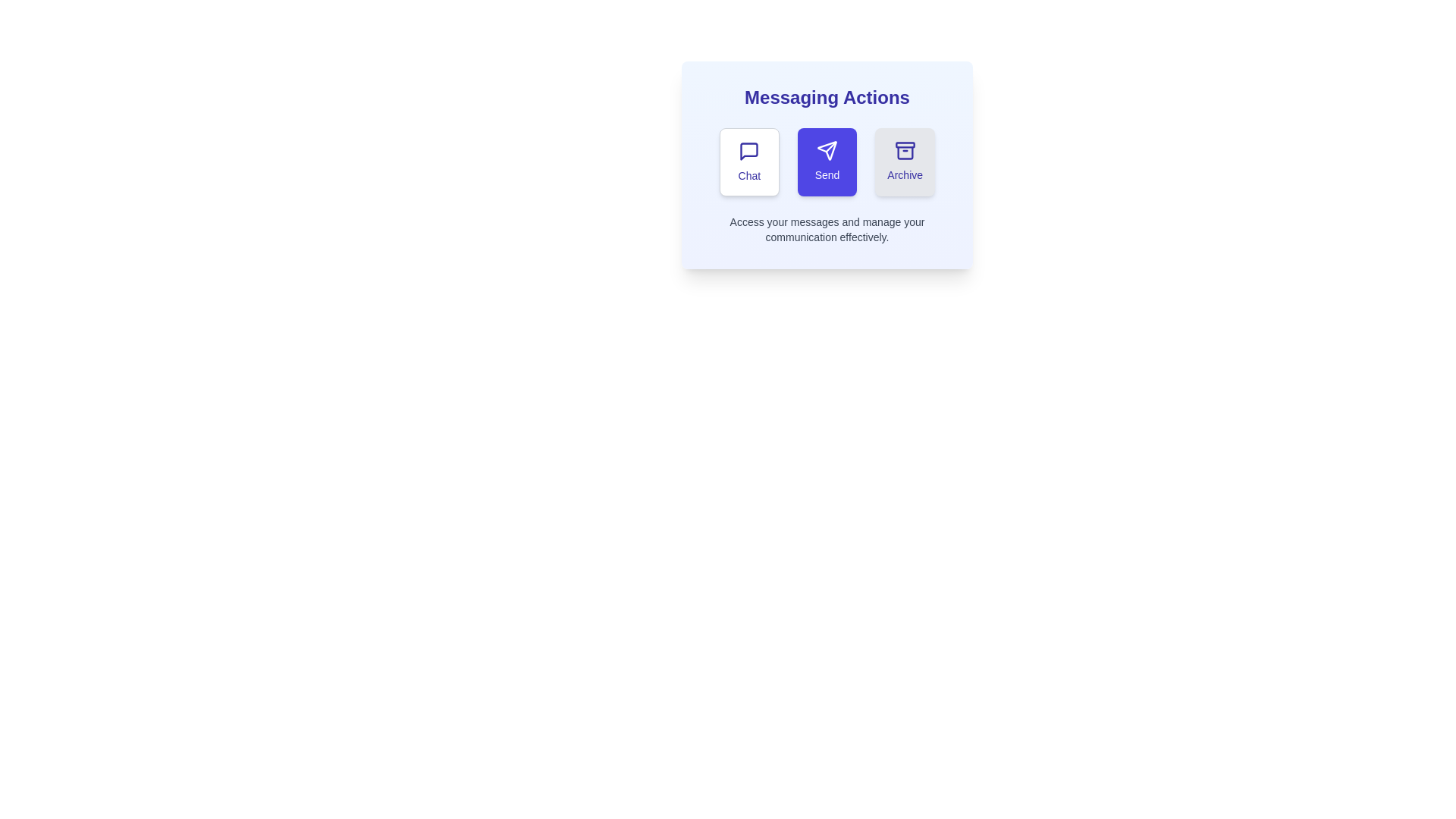 The image size is (1456, 819). I want to click on the Text Label styled in 'Chat' font located below the chat bubble icon, part of the leftmost button in a row of three buttons, so click(749, 174).